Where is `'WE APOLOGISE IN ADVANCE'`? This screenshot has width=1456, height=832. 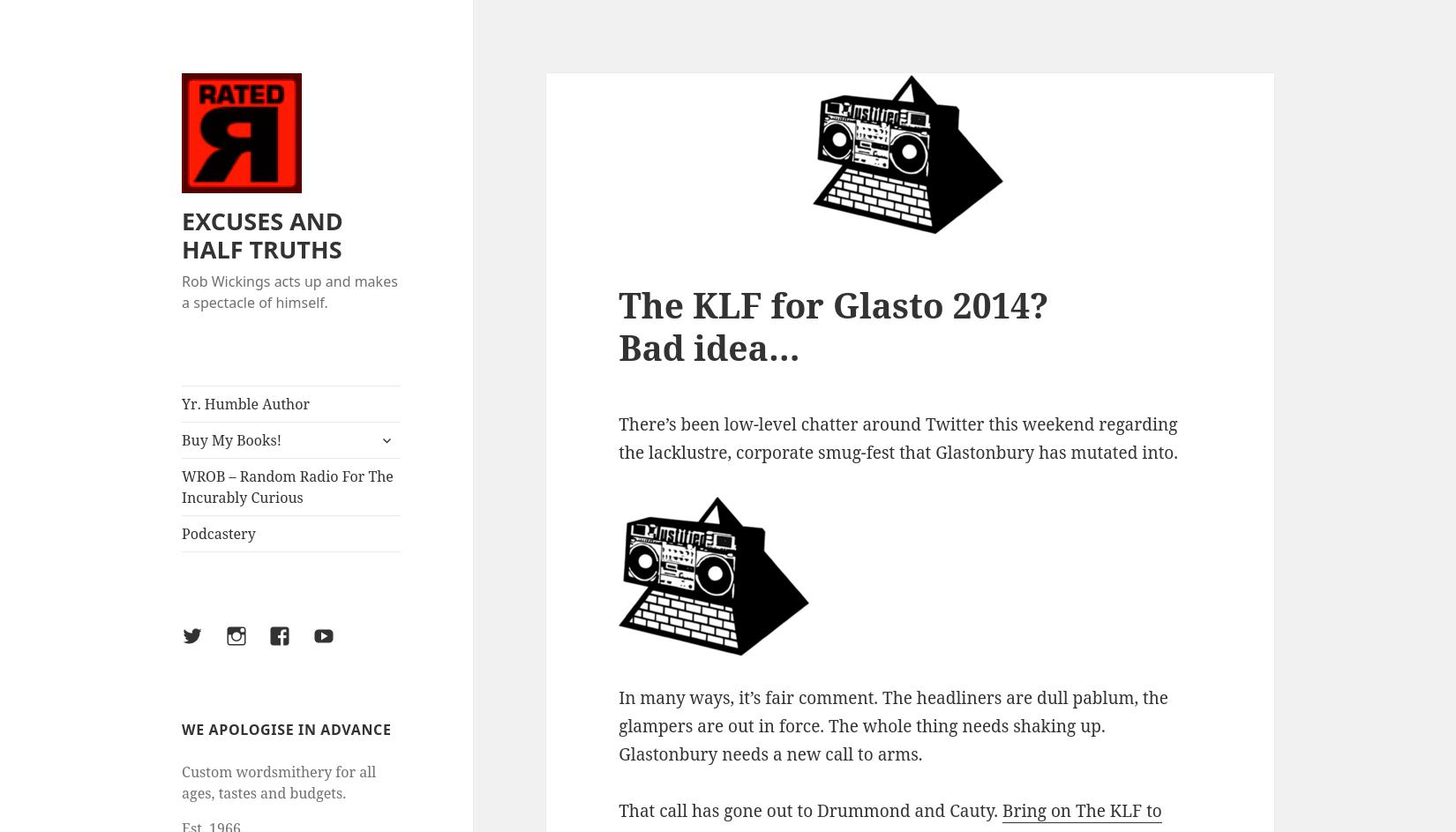
'WE APOLOGISE IN ADVANCE' is located at coordinates (286, 729).